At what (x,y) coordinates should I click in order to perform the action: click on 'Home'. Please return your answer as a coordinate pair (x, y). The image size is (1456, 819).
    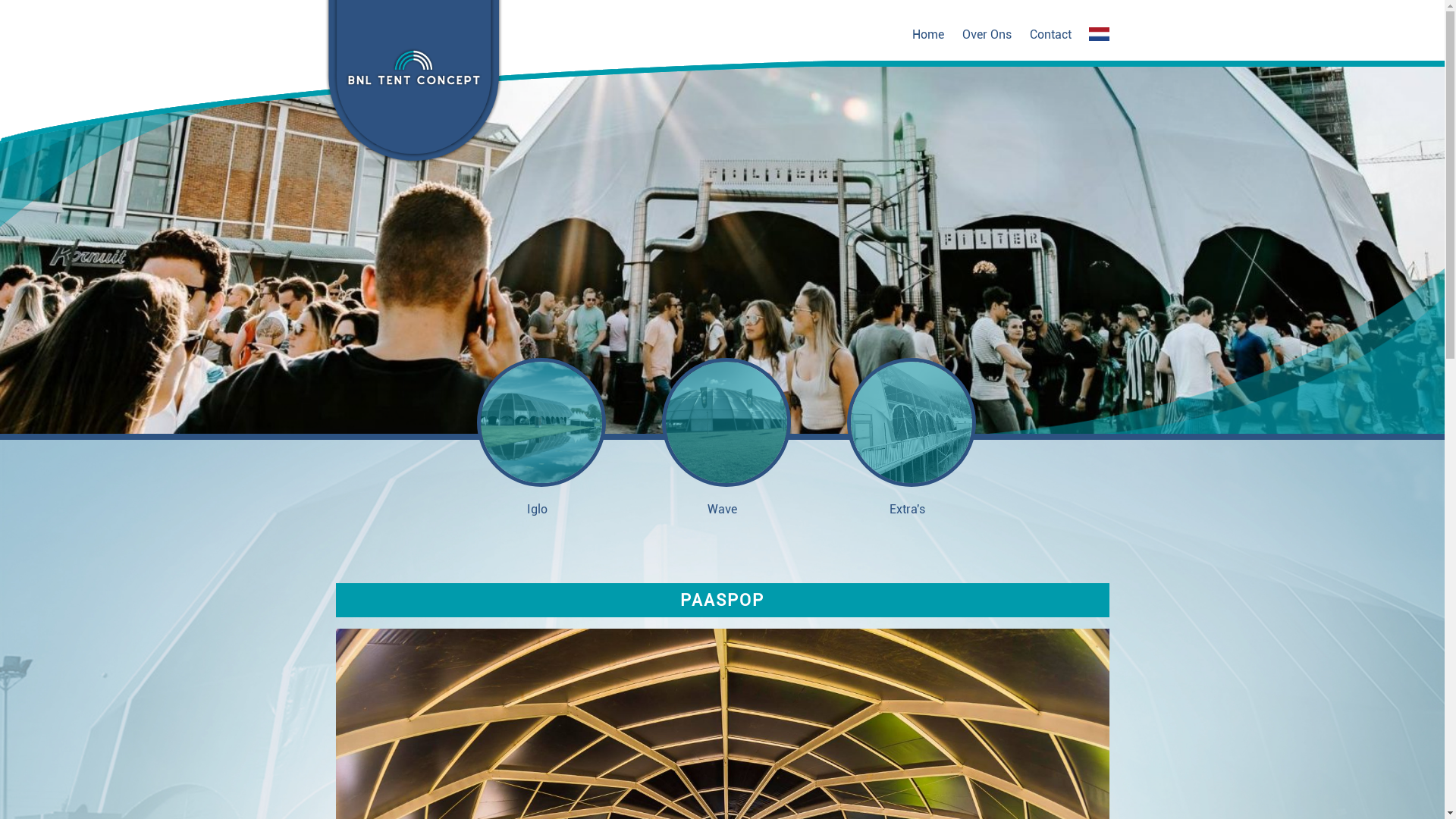
    Looking at the image, I should click on (910, 34).